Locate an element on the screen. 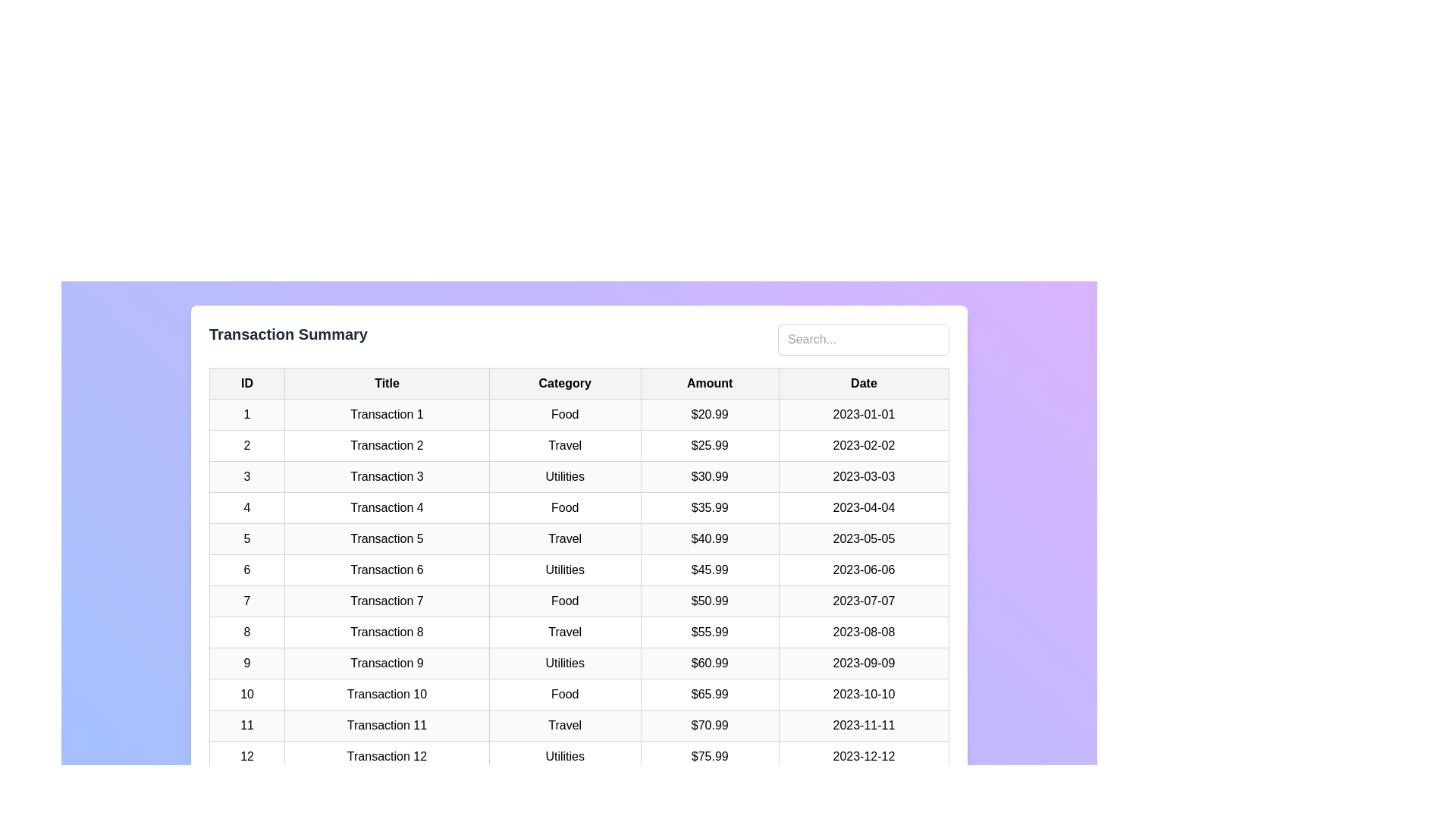 This screenshot has width=1456, height=819. the Title column header to sort the table is located at coordinates (387, 382).